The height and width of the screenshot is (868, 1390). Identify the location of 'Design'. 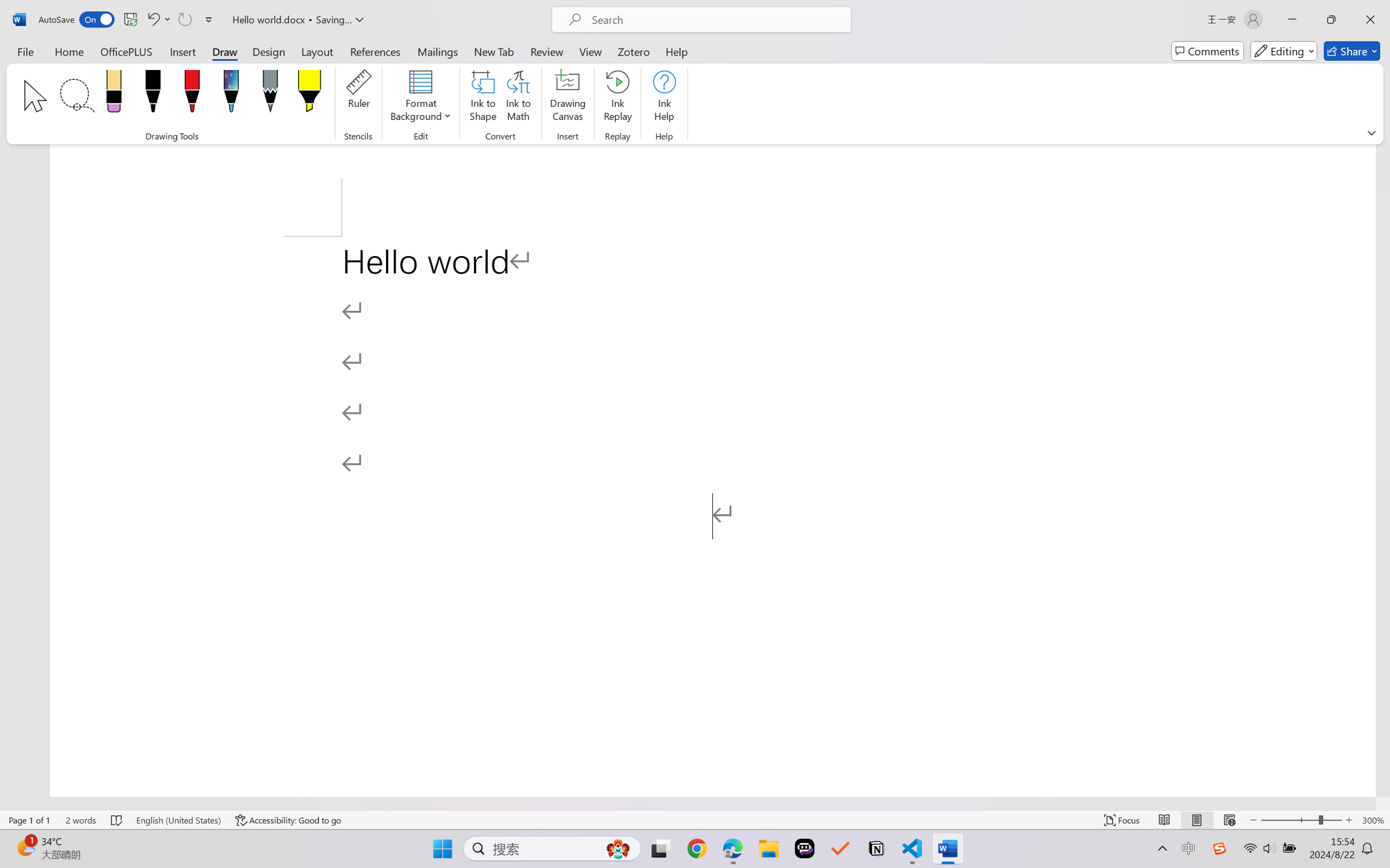
(268, 51).